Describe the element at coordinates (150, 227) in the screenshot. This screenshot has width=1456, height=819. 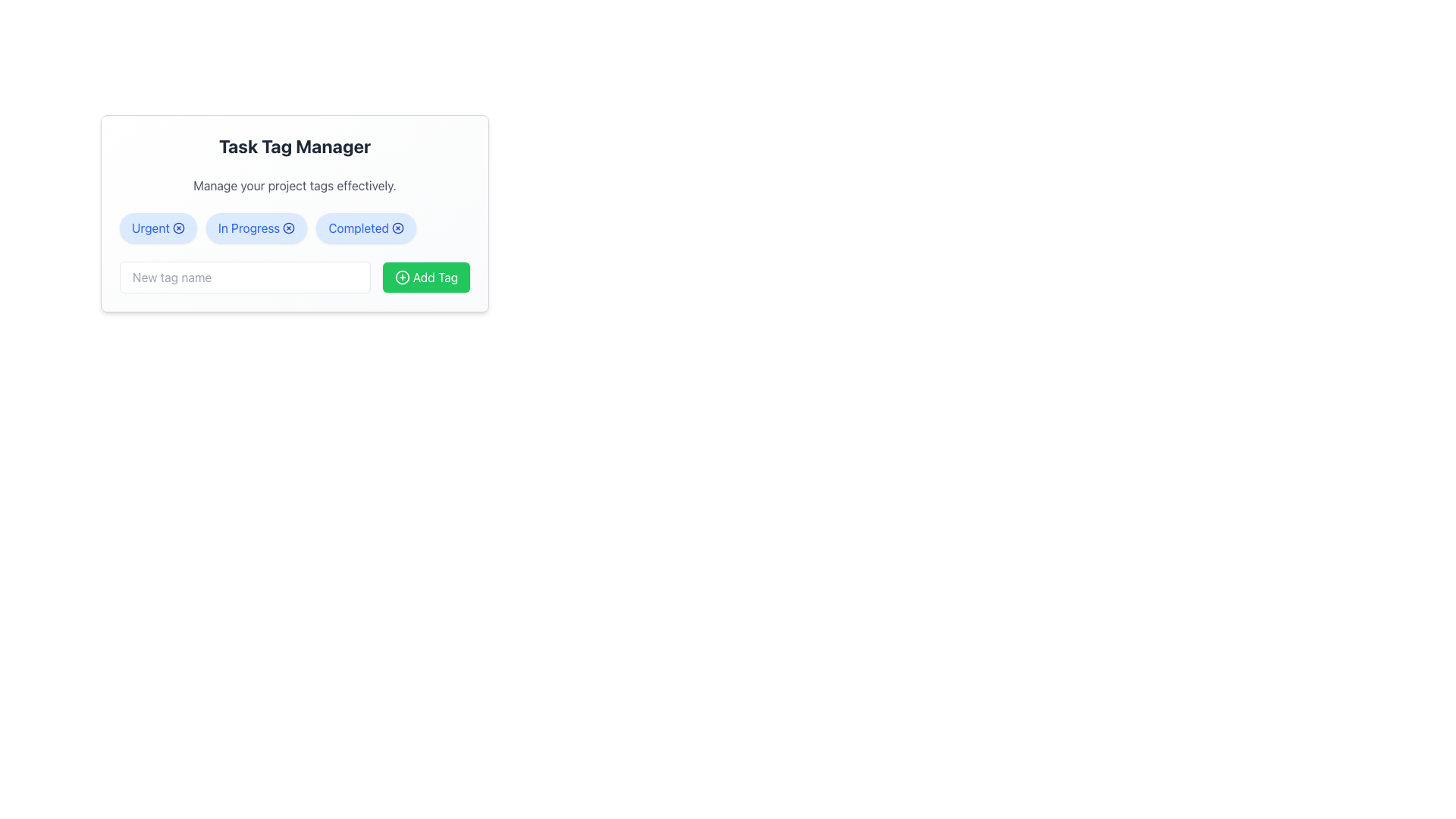
I see `the 'Urgent' text label within the Tag Component, which is part of a rounded rectangular badge with a light blue background` at that location.